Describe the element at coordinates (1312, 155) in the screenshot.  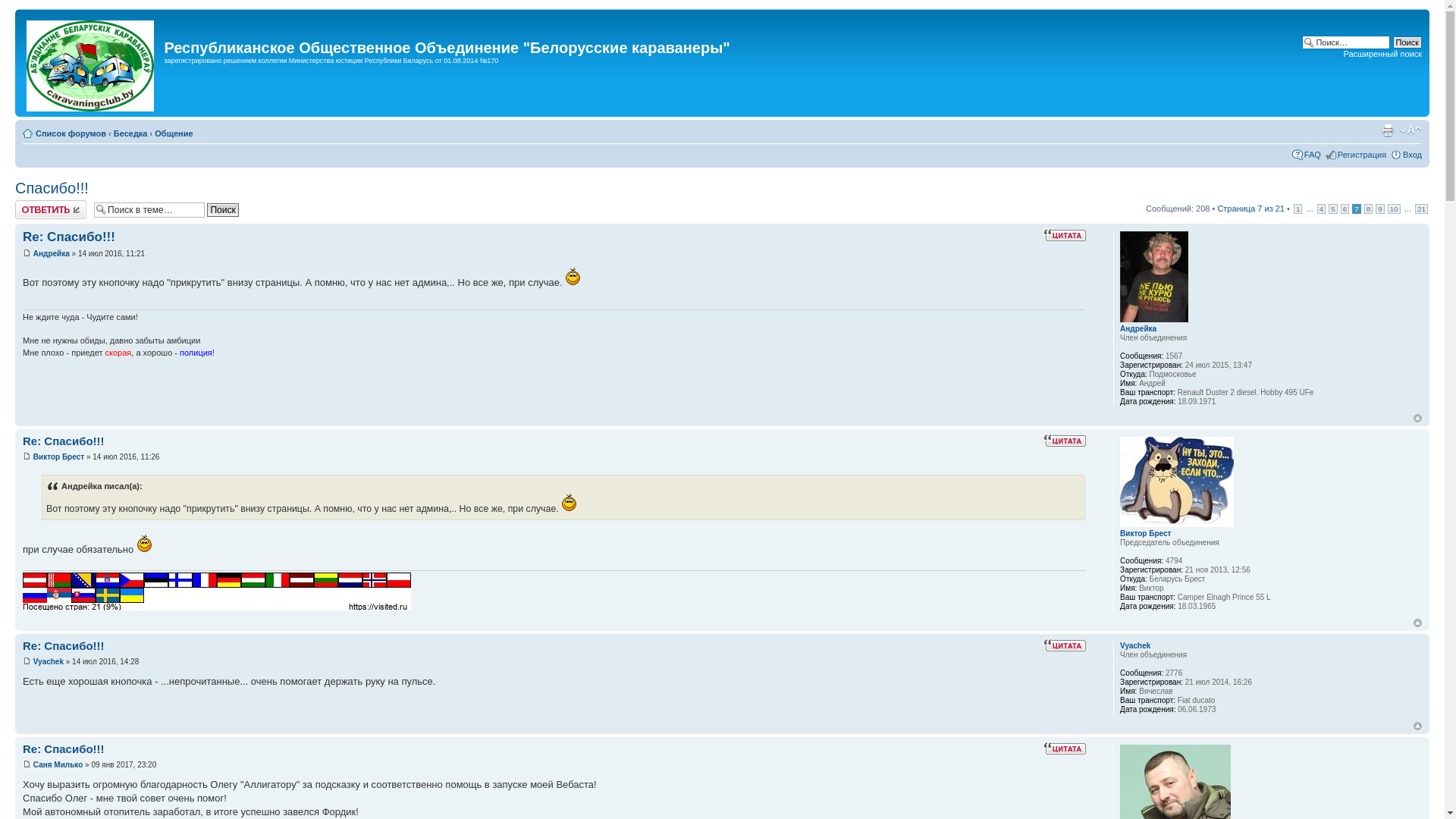
I see `'FAQ'` at that location.